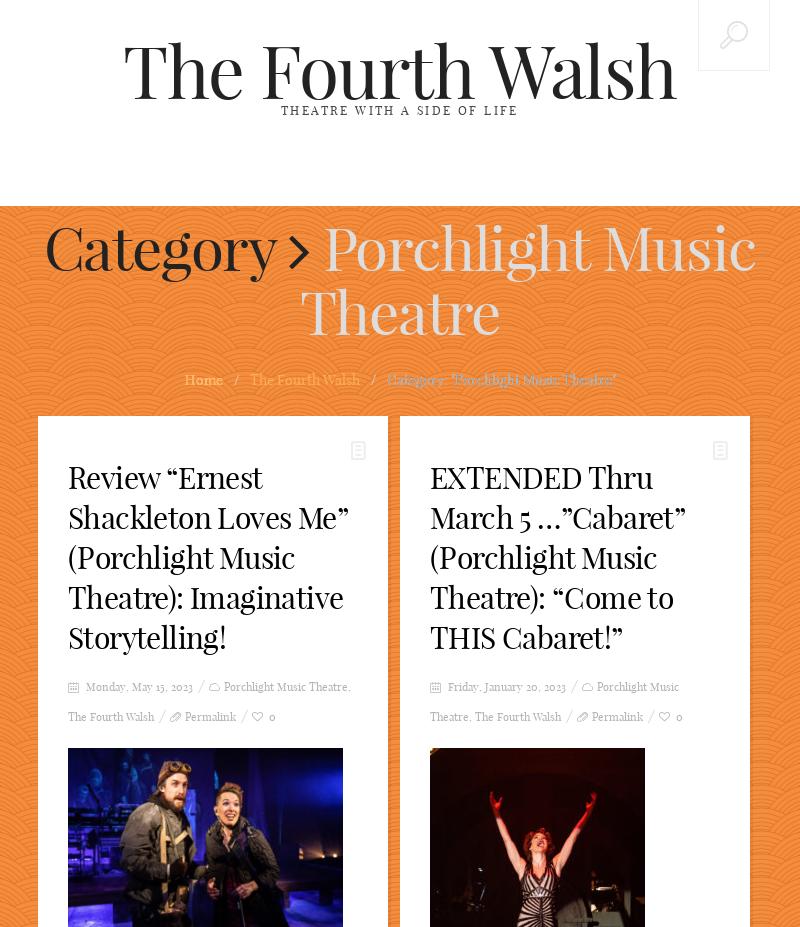 This screenshot has height=927, width=800. Describe the element at coordinates (557, 557) in the screenshot. I see `'EXTENDED Thru March 5 …”Cabaret” (Porchlight Music Theatre): “Come to THIS Cabaret!”'` at that location.